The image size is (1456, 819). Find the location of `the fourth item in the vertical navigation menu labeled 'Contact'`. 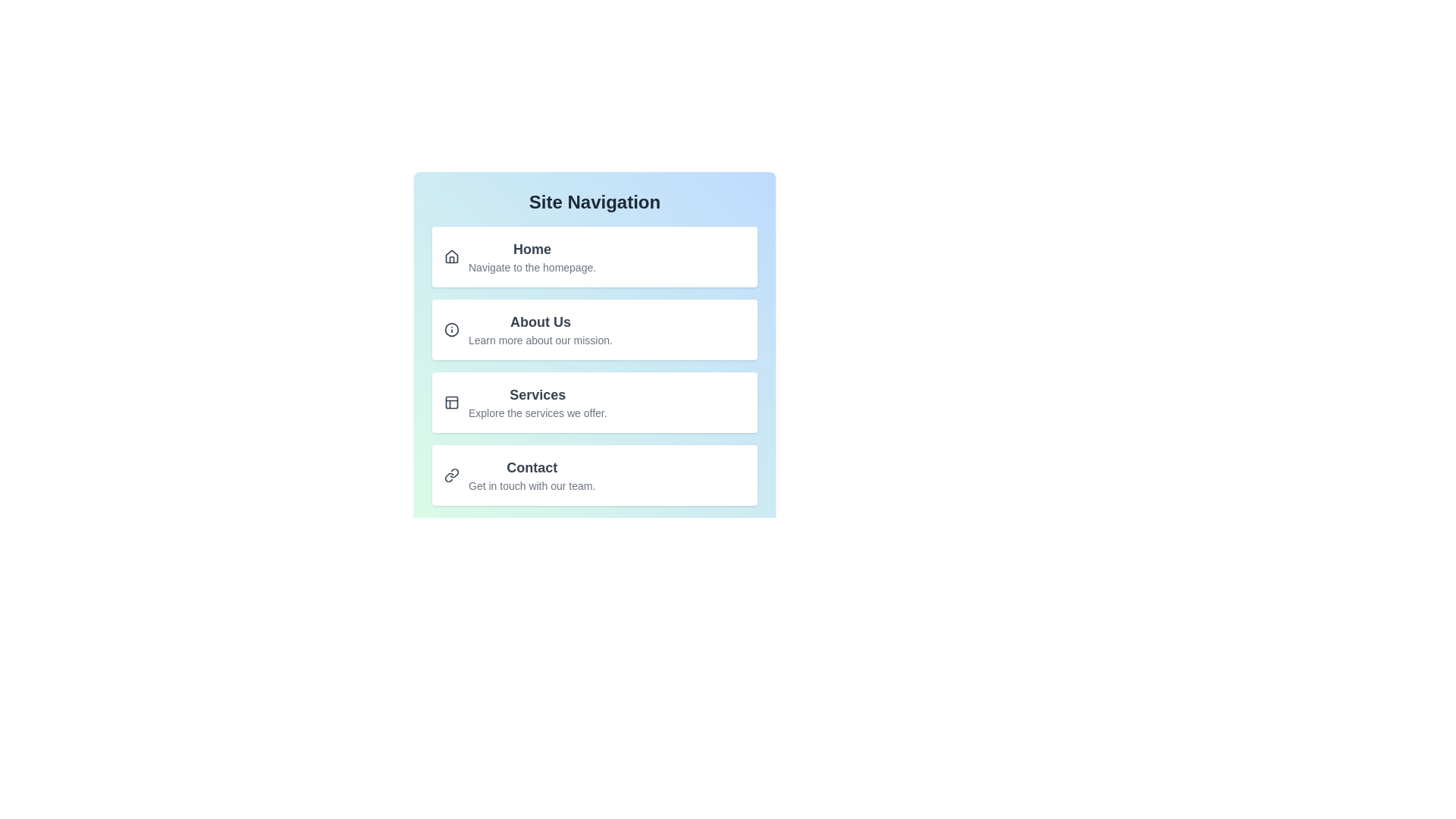

the fourth item in the vertical navigation menu labeled 'Contact' is located at coordinates (594, 475).